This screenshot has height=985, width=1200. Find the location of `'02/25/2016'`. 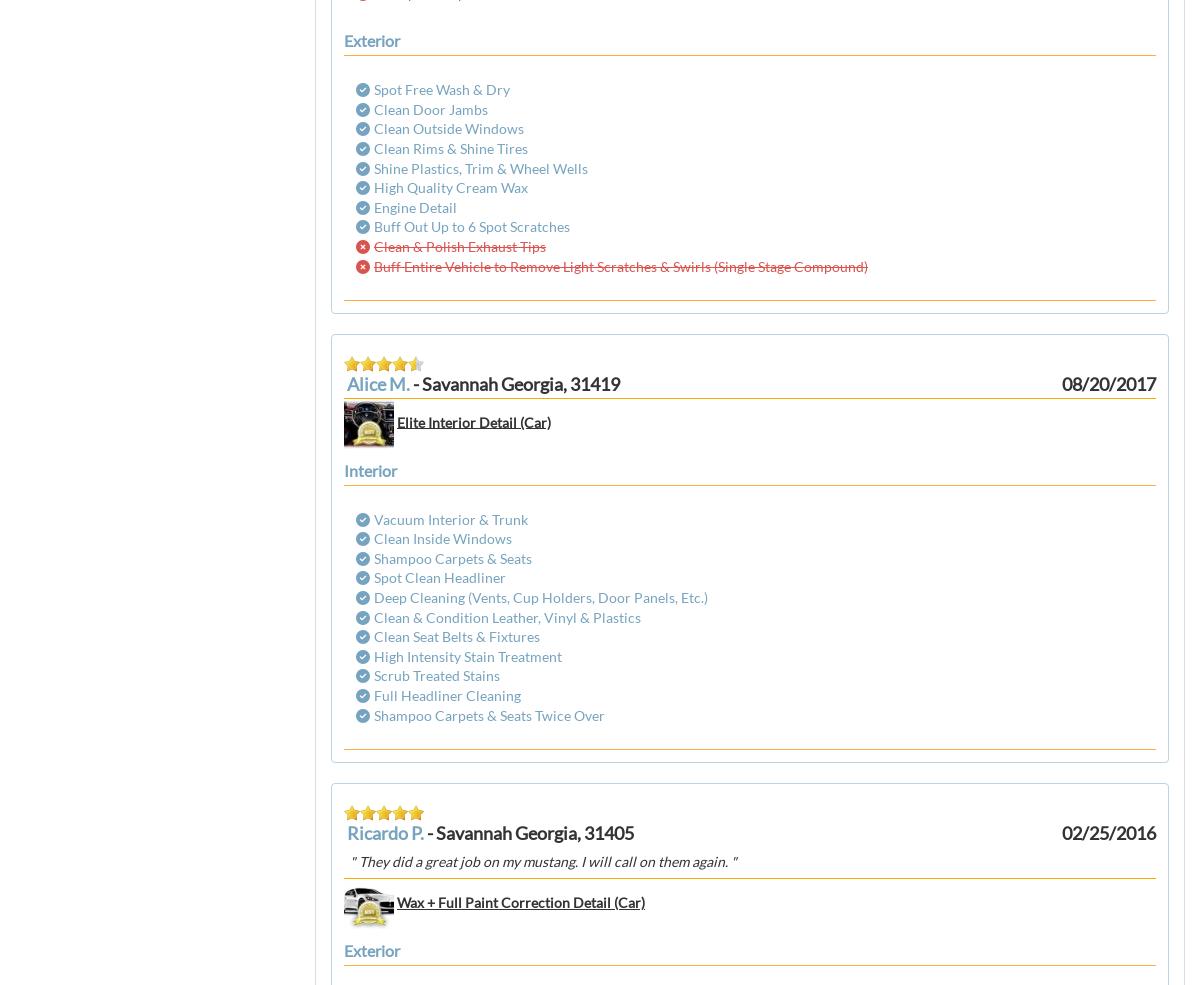

'02/25/2016' is located at coordinates (1108, 832).